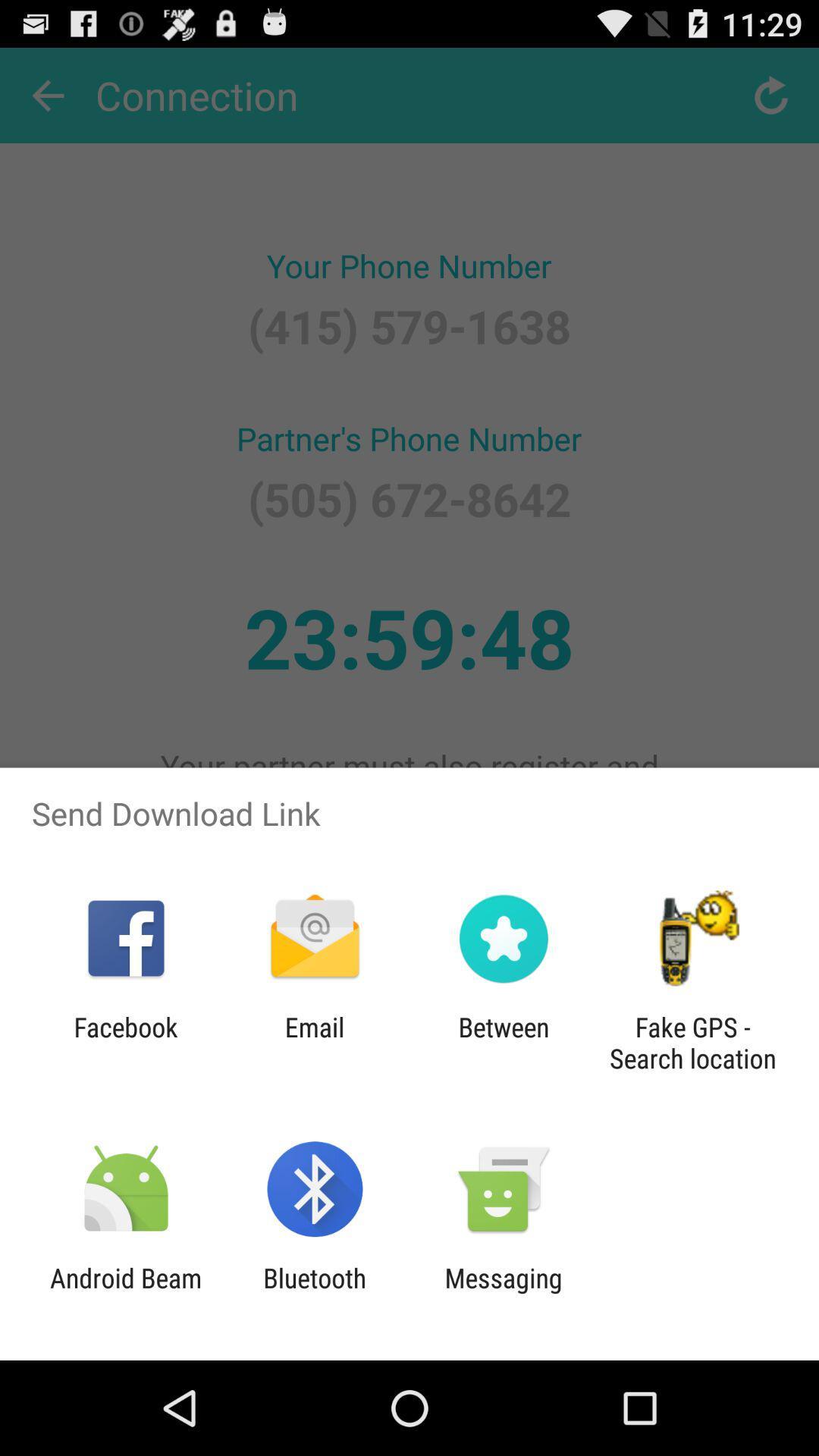 The width and height of the screenshot is (819, 1456). I want to click on the bluetooth item, so click(314, 1293).